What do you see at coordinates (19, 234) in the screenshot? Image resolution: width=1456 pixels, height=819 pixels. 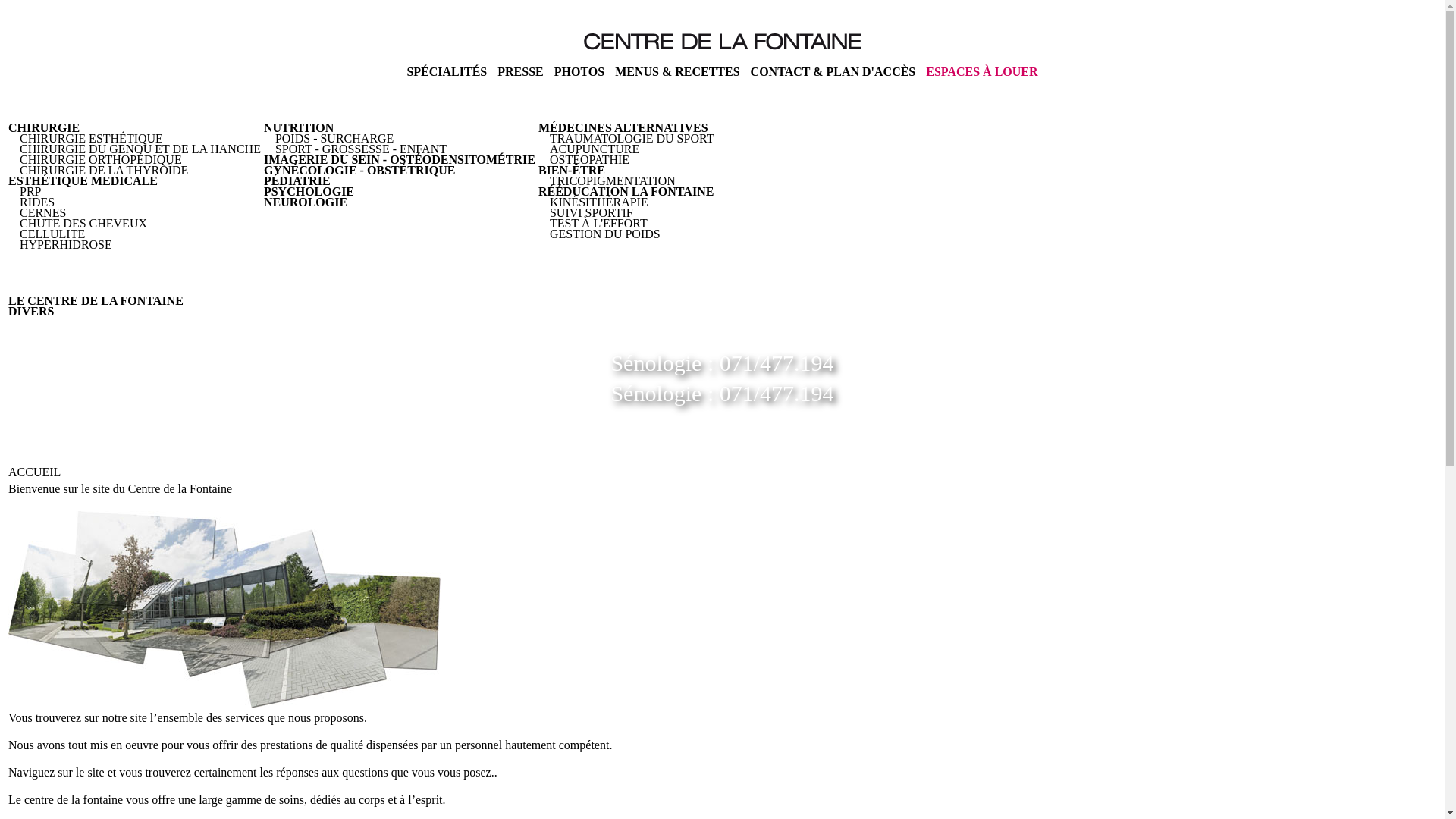 I see `'CELLULITE'` at bounding box center [19, 234].